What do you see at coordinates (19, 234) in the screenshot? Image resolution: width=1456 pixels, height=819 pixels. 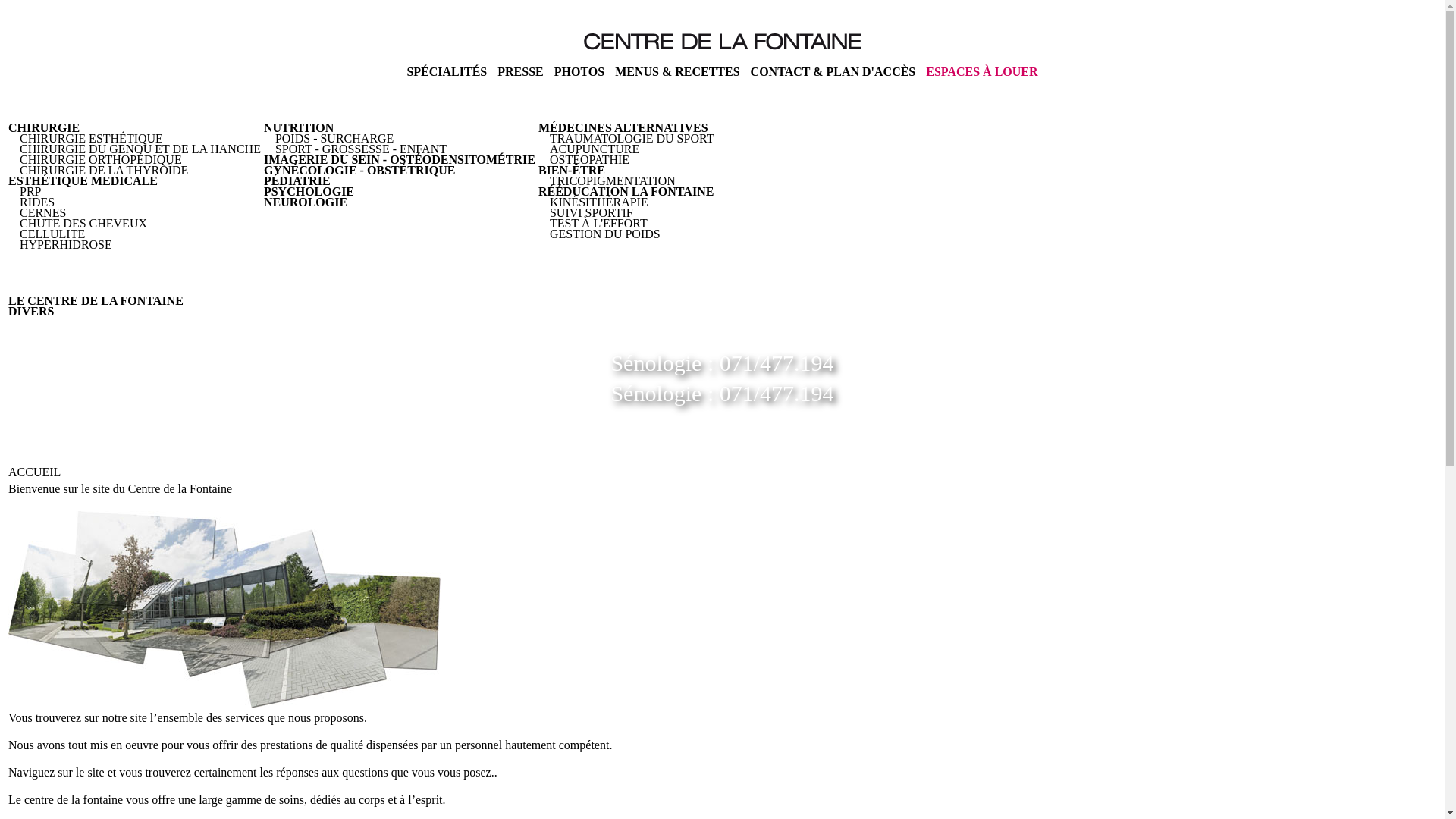 I see `'CELLULITE'` at bounding box center [19, 234].